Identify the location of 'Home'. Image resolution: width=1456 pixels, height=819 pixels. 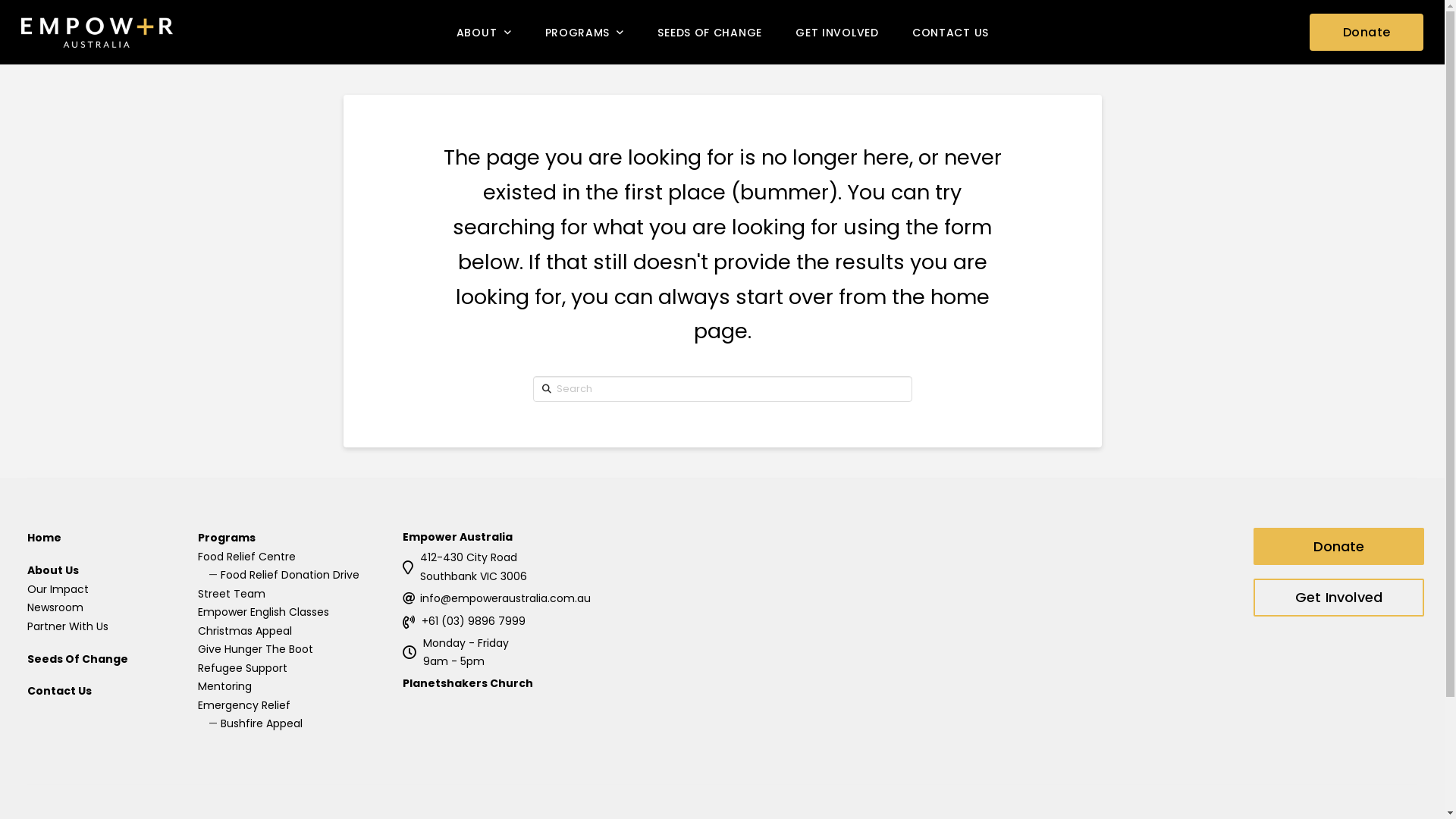
(27, 537).